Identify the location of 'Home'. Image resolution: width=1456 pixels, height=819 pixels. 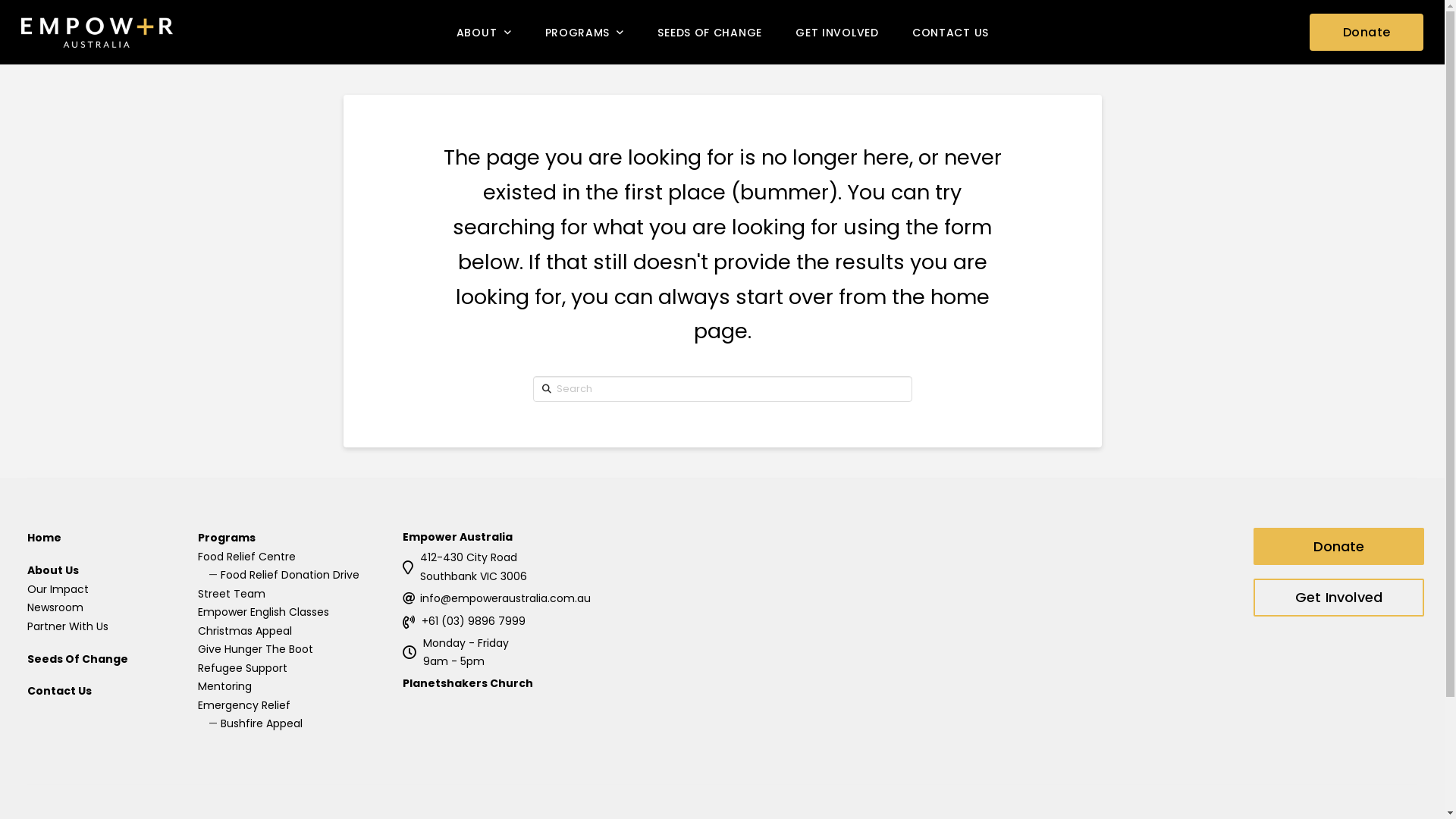
(27, 537).